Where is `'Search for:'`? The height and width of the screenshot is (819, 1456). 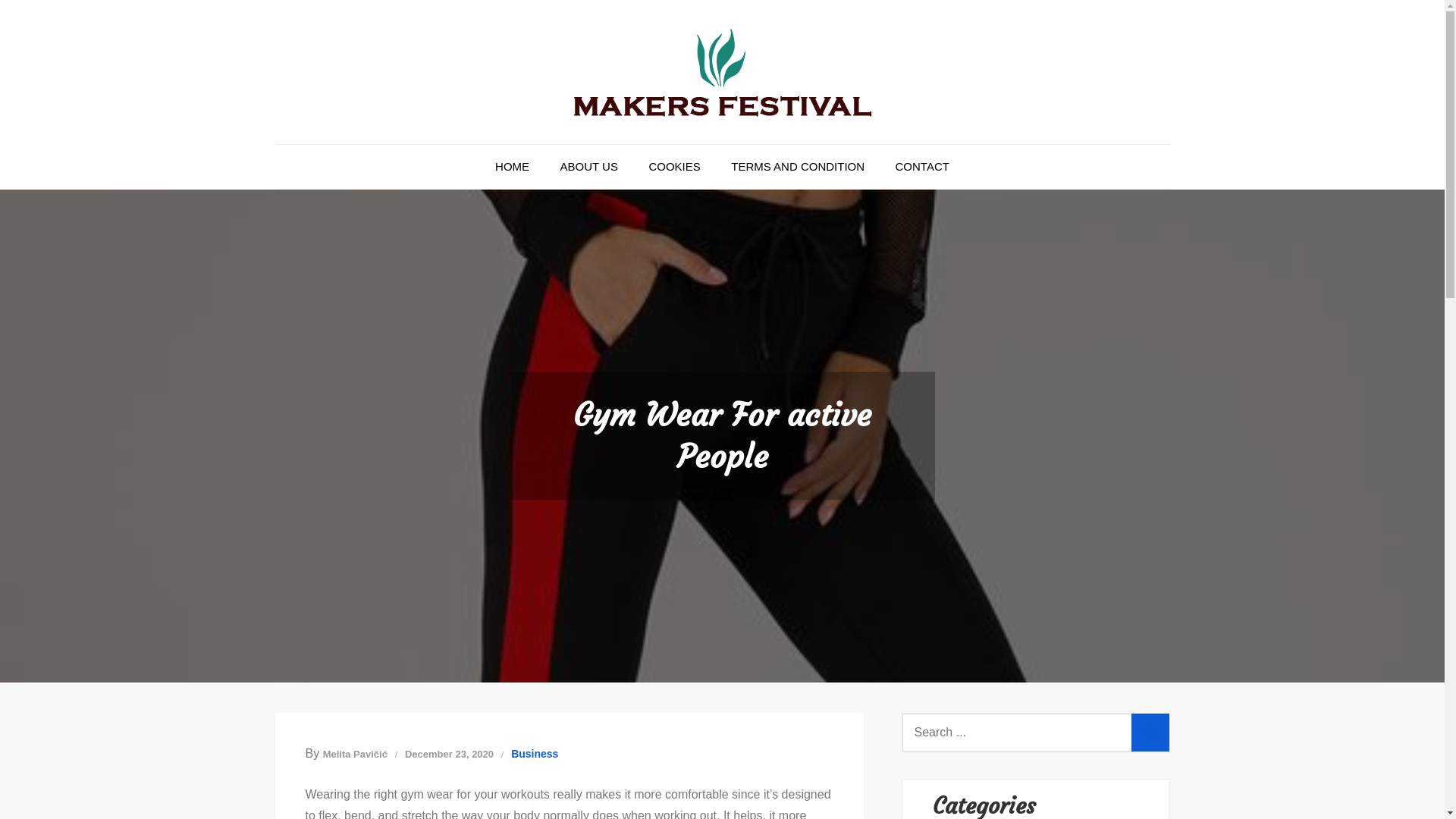
'Search for:' is located at coordinates (1035, 731).